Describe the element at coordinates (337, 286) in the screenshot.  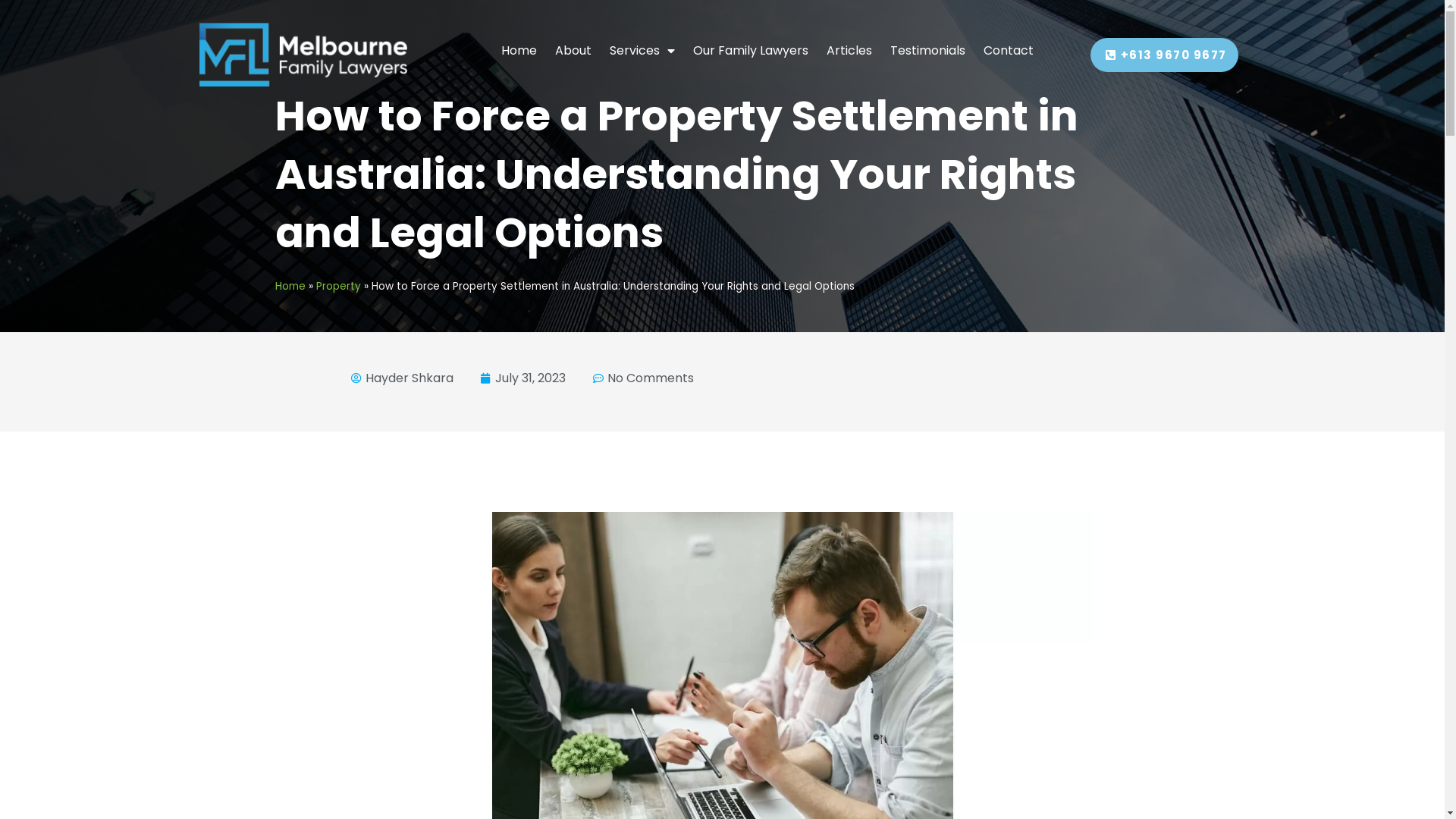
I see `'Property'` at that location.